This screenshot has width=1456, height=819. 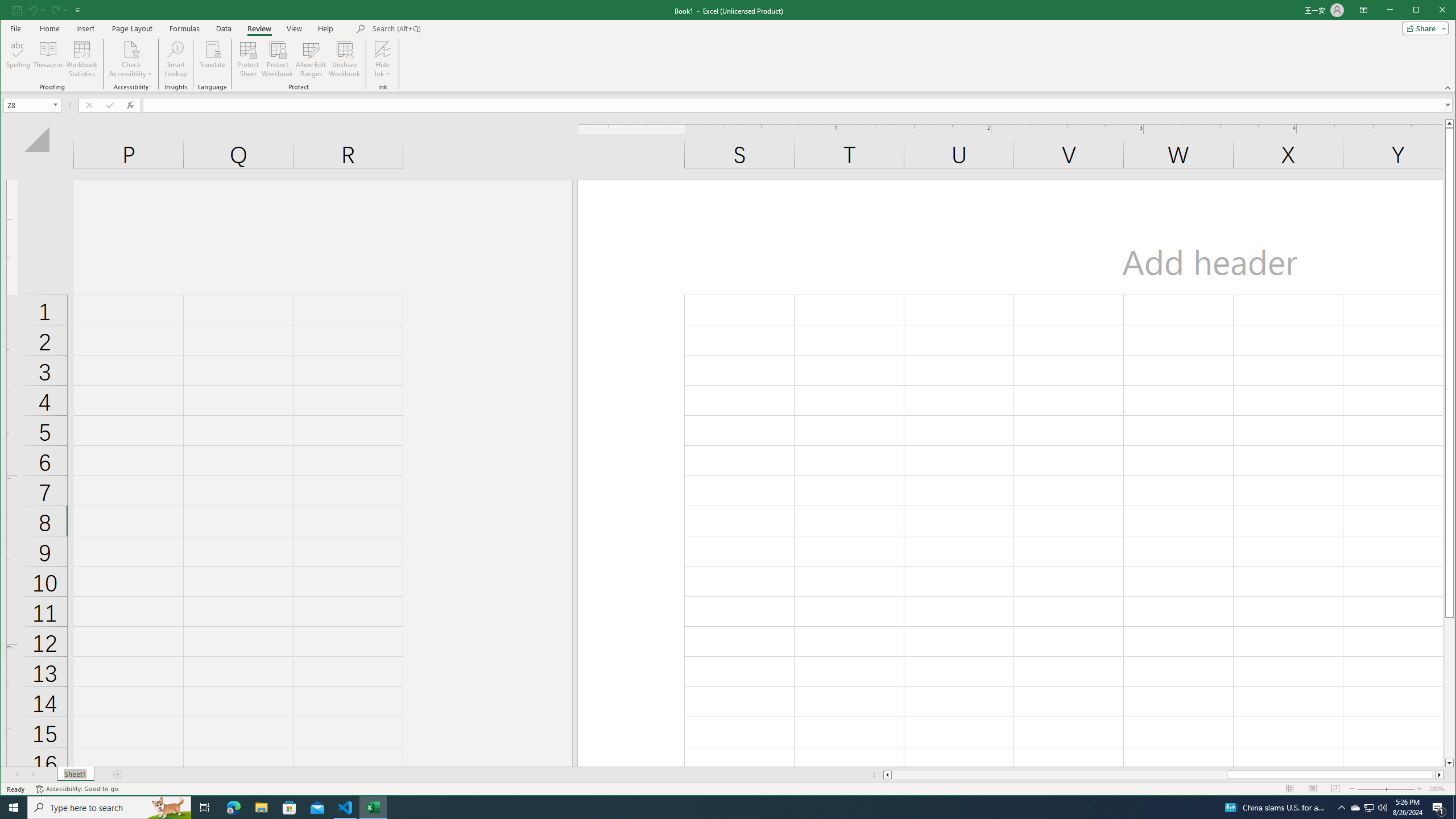 What do you see at coordinates (450, 28) in the screenshot?
I see `'Microsoft search'` at bounding box center [450, 28].